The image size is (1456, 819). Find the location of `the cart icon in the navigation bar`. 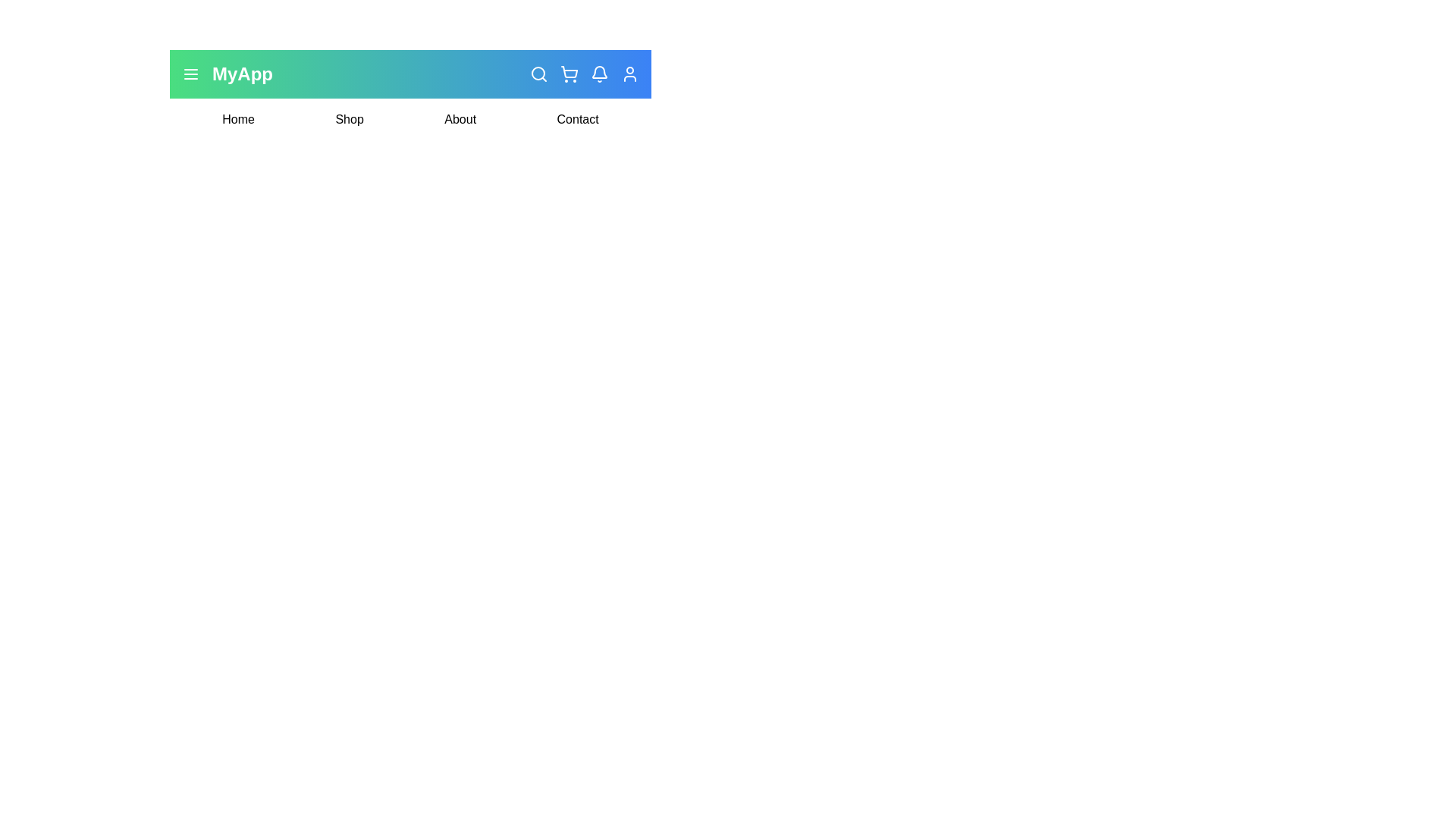

the cart icon in the navigation bar is located at coordinates (568, 74).